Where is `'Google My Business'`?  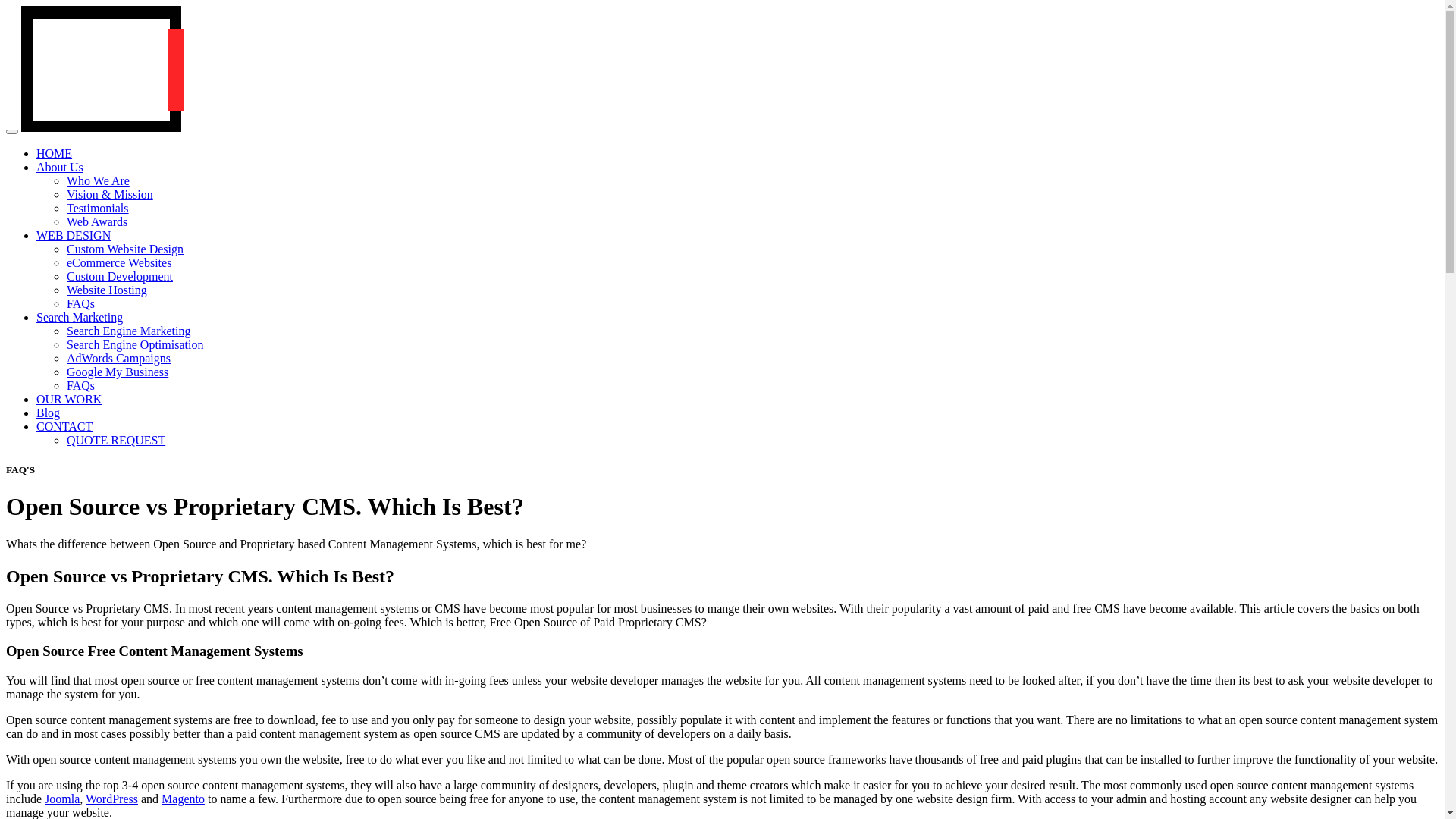 'Google My Business' is located at coordinates (116, 372).